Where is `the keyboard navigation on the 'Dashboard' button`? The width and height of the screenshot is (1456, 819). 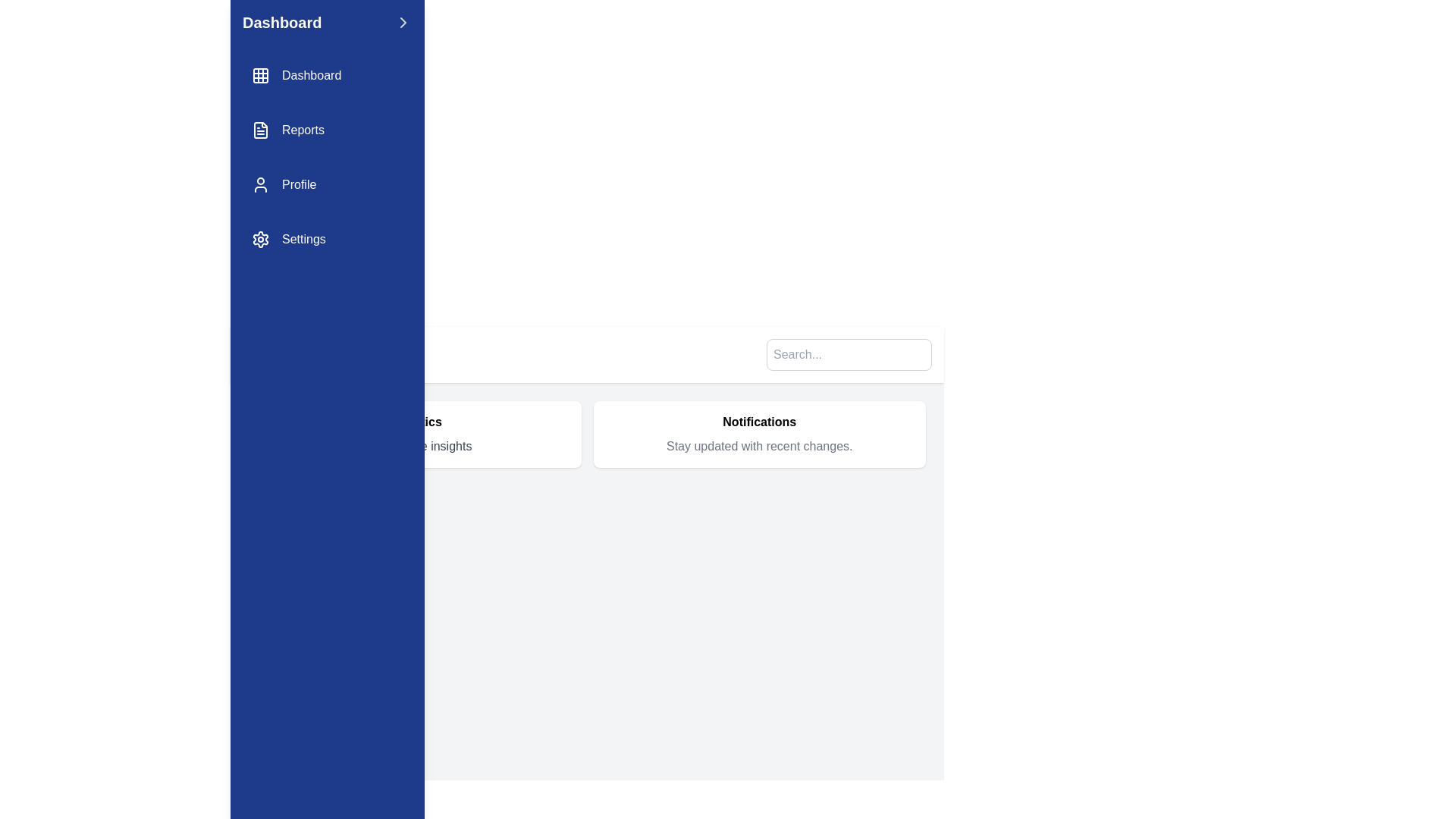 the keyboard navigation on the 'Dashboard' button is located at coordinates (327, 76).